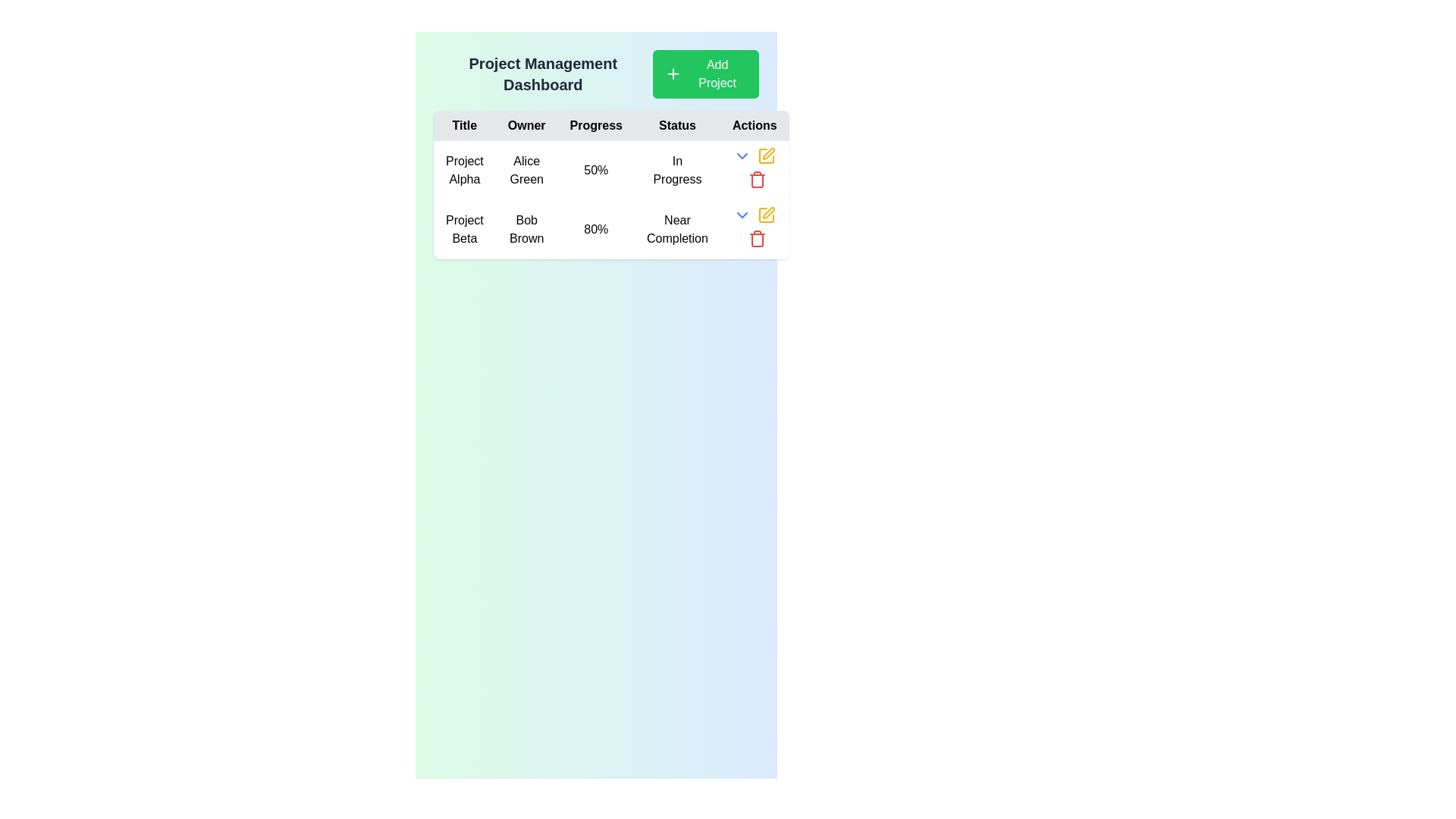  What do you see at coordinates (611, 124) in the screenshot?
I see `the Table Header Row which has a gray background and contains sections labeled 'Title', 'Owner', 'Progress', 'Status', and 'Actions'` at bounding box center [611, 124].